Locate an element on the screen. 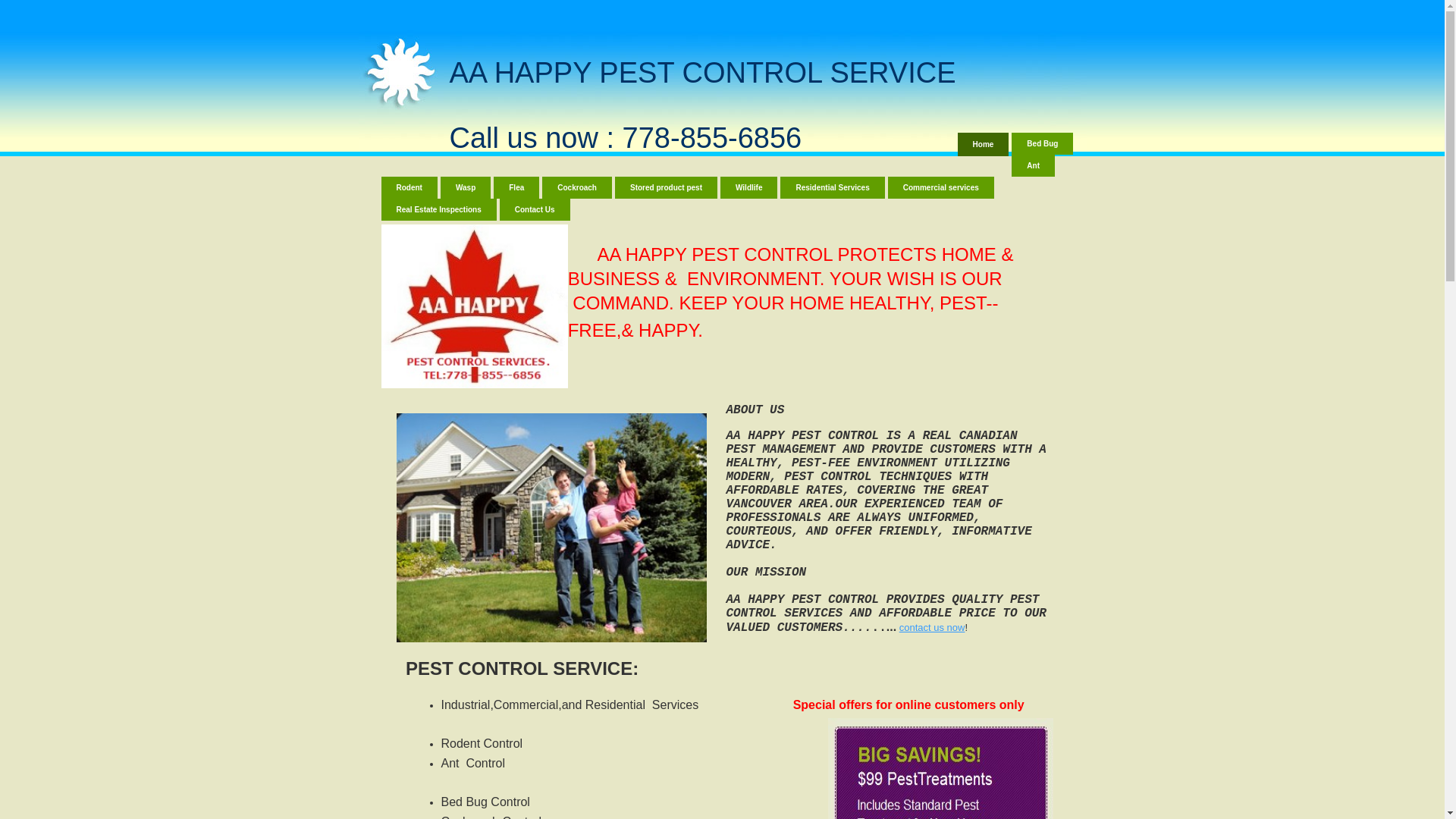 This screenshot has height=819, width=1456. 'contact us now' is located at coordinates (899, 627).